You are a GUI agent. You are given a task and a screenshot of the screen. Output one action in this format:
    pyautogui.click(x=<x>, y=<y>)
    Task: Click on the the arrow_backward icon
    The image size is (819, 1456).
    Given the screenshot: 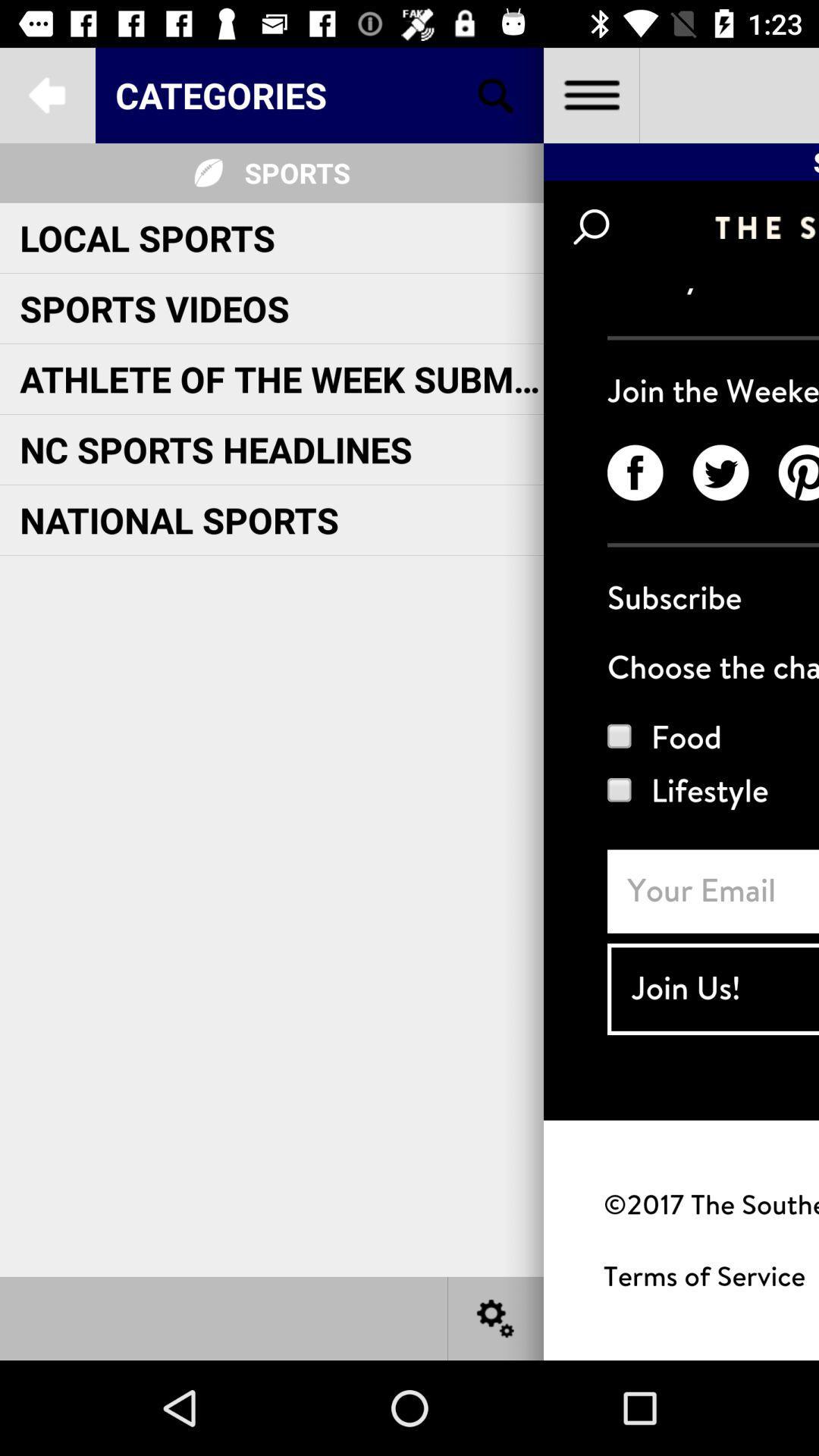 What is the action you would take?
    pyautogui.click(x=46, y=94)
    